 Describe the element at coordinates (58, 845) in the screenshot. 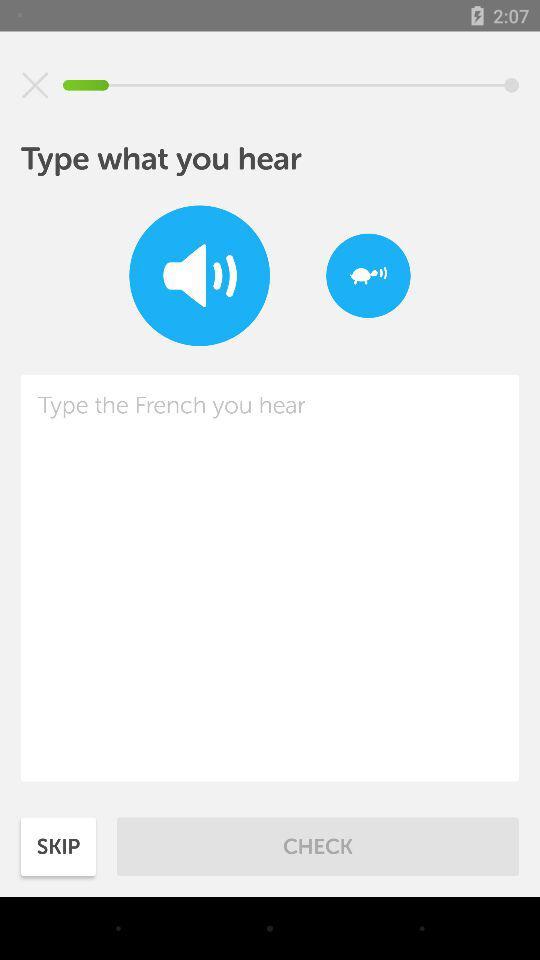

I see `the skip` at that location.